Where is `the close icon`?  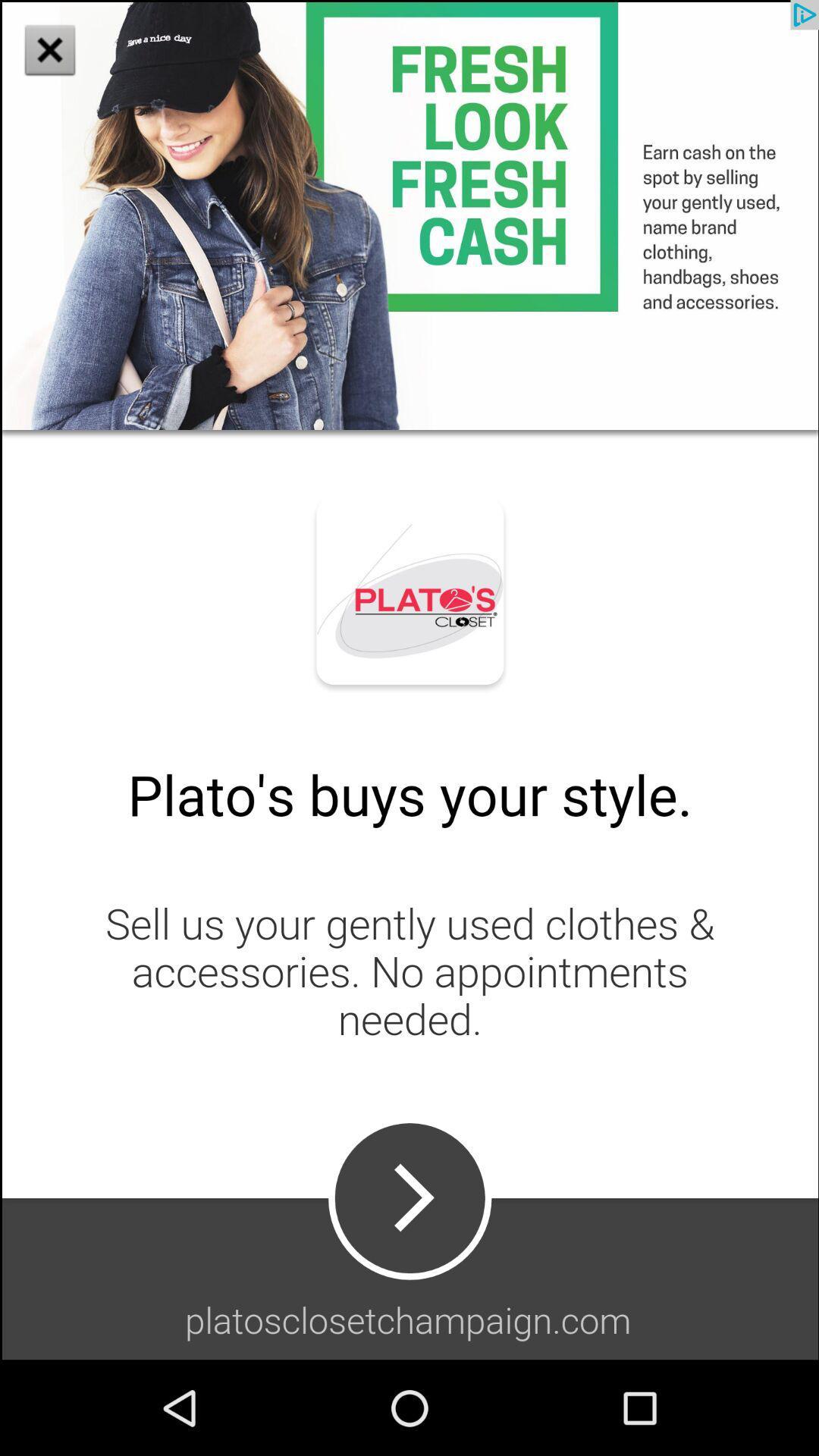 the close icon is located at coordinates (49, 53).